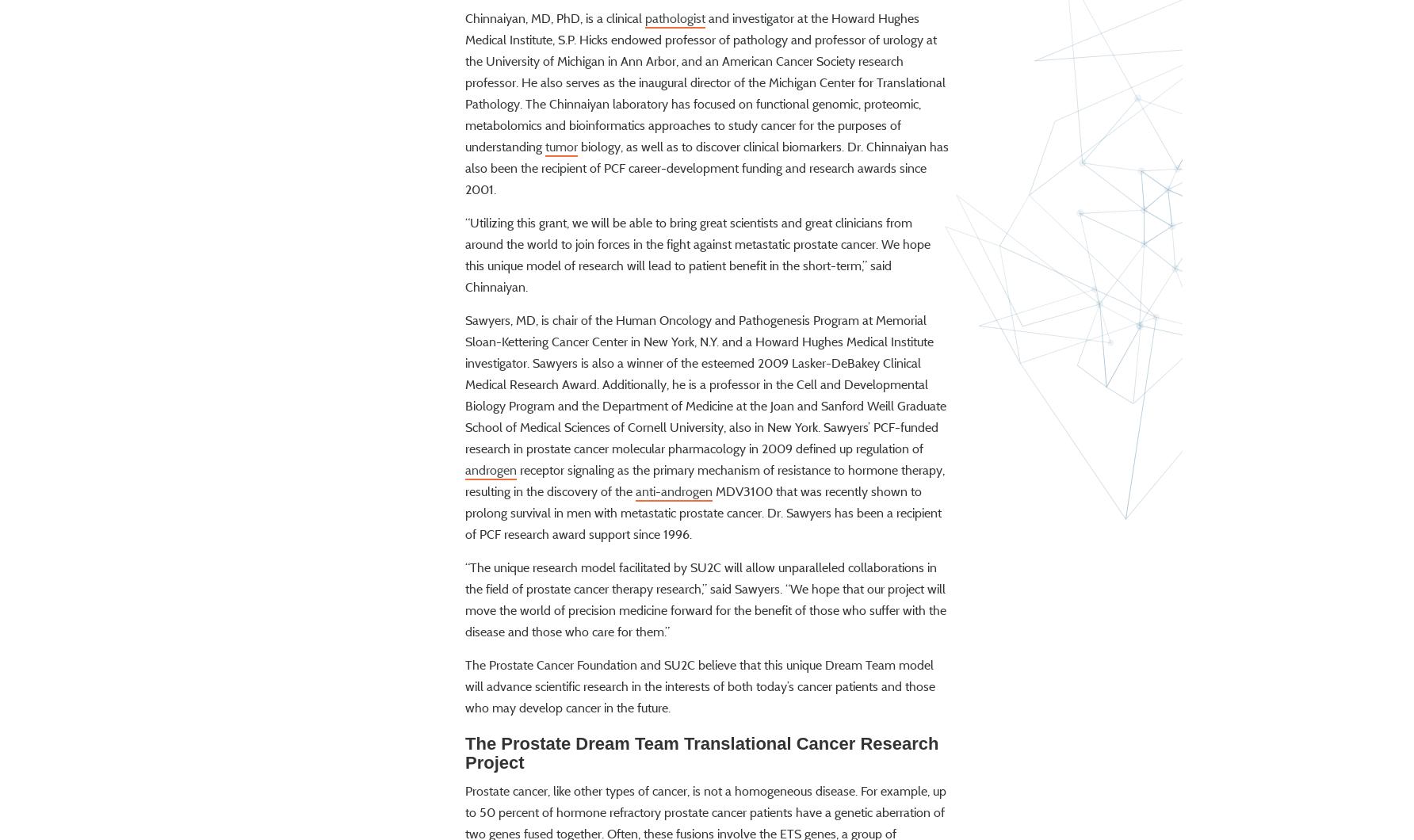 This screenshot has width=1414, height=840. Describe the element at coordinates (704, 525) in the screenshot. I see `'receptor signaling as the primary mechanism of resistance to hormone therapy, resulting in the discovery of the'` at that location.